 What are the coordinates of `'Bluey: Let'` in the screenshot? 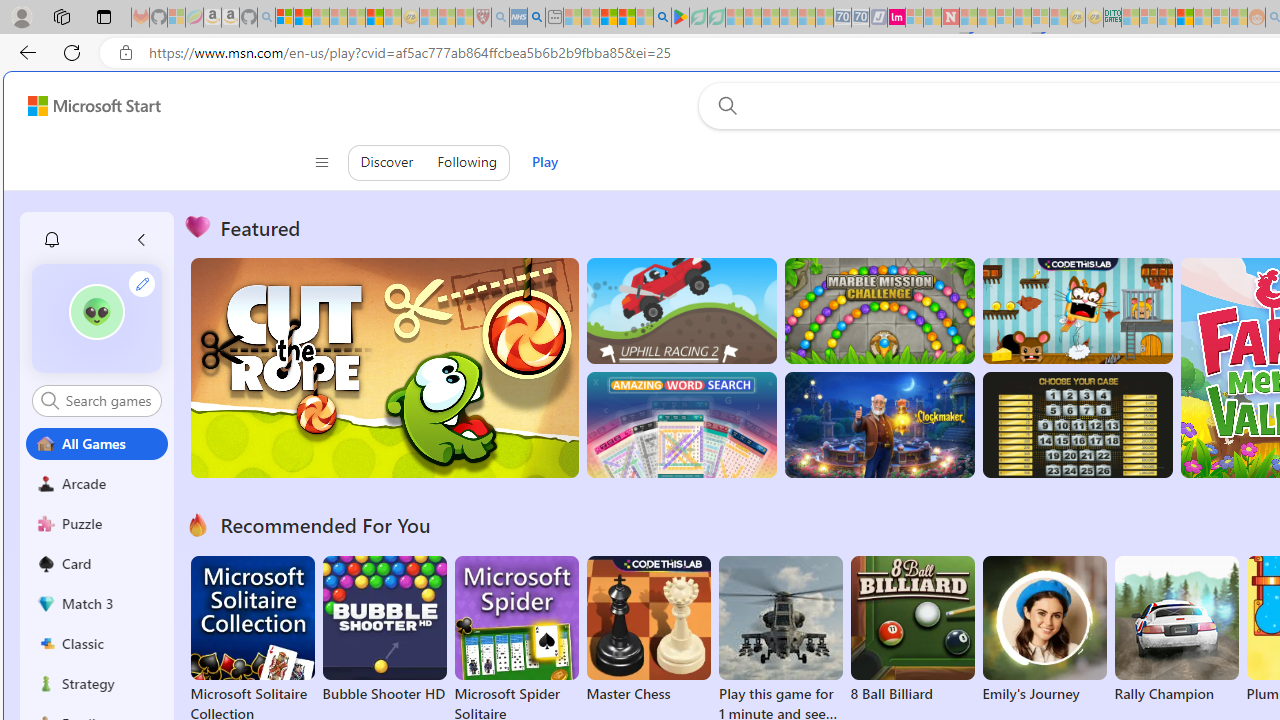 It's located at (680, 17).